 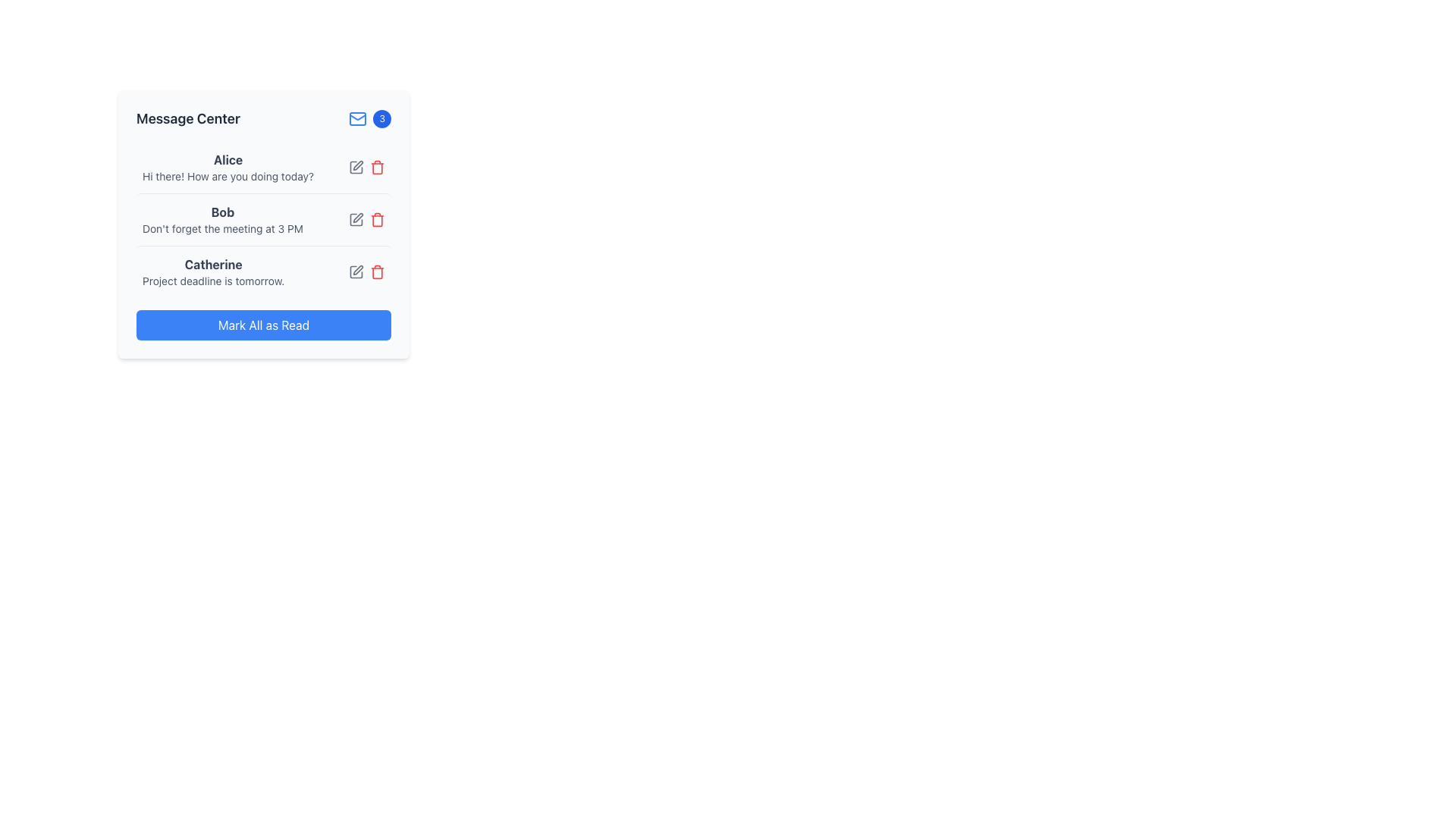 I want to click on the outer square of the pen icon associated with the message 'Catherine: Project deadline is tomorrow.', so click(x=356, y=271).